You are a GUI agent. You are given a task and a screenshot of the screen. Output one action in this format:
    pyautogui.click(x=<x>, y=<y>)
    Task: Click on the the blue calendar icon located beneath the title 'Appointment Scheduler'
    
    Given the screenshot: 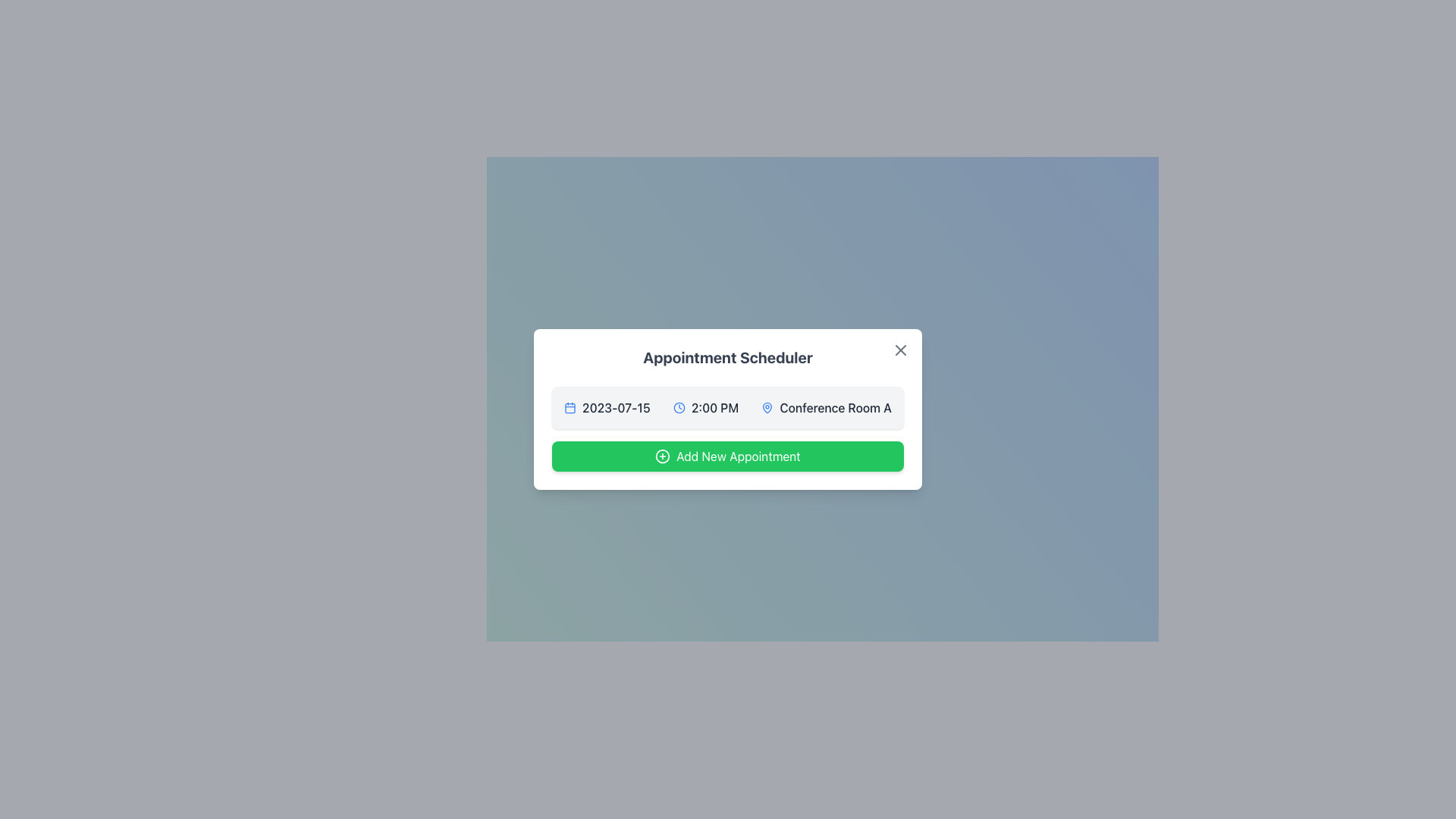 What is the action you would take?
    pyautogui.click(x=570, y=406)
    